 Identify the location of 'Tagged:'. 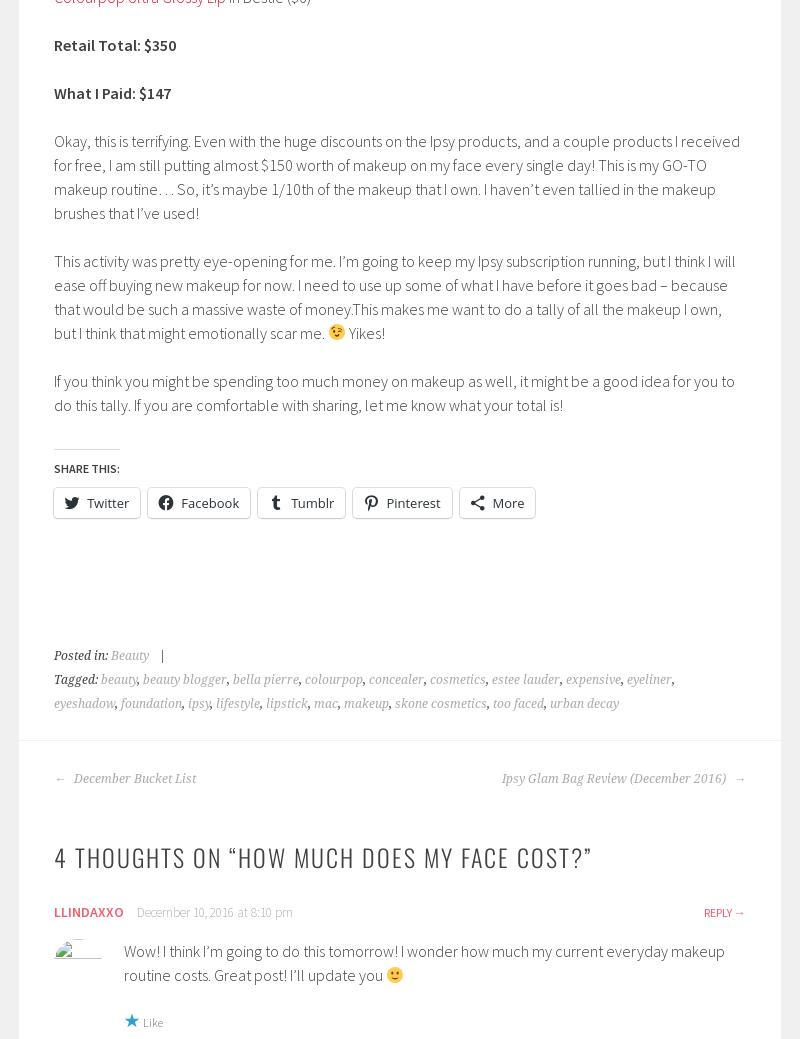
(77, 678).